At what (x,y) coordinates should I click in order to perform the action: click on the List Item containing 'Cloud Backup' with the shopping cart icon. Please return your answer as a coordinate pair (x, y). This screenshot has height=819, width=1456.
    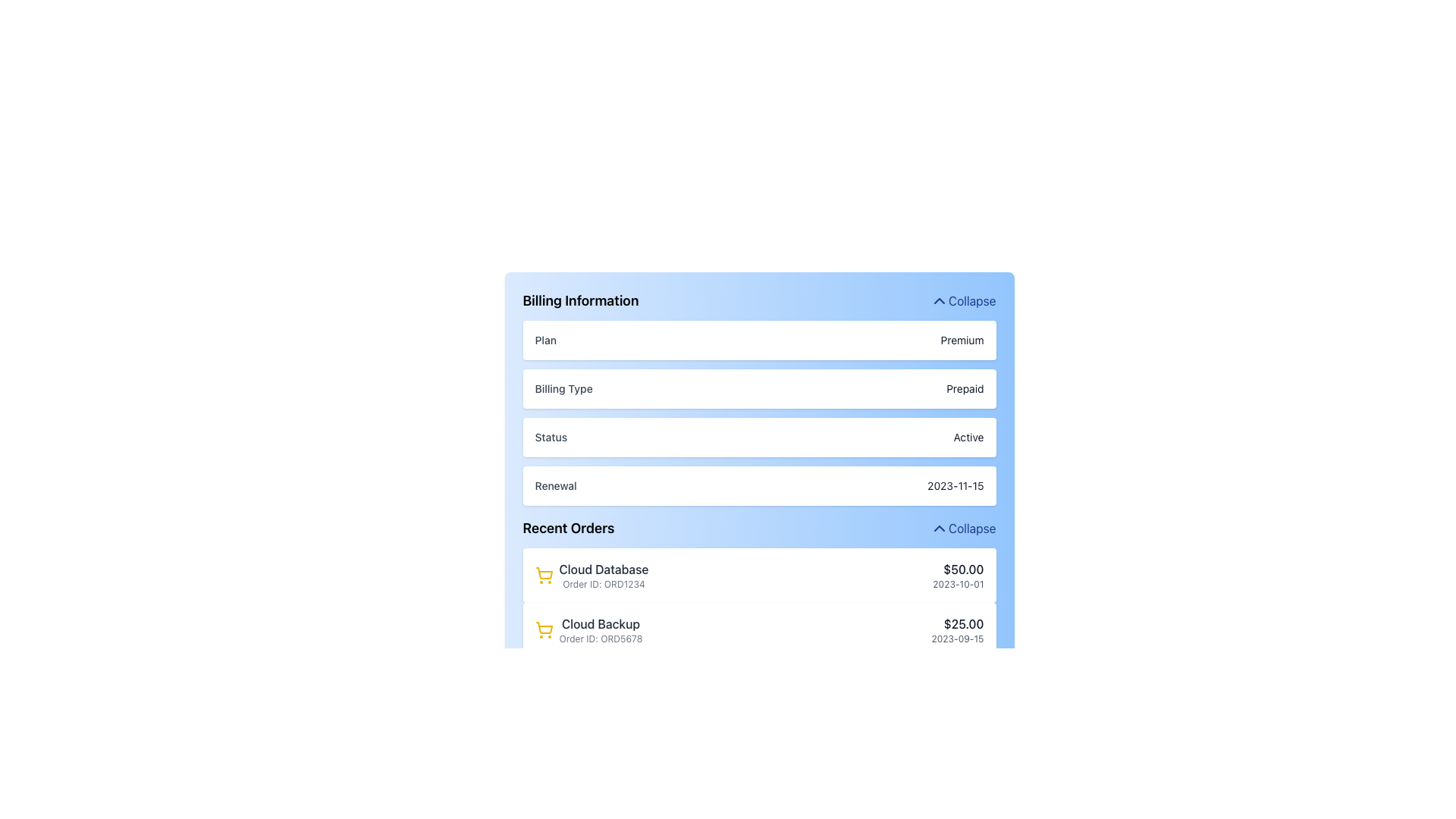
    Looking at the image, I should click on (759, 629).